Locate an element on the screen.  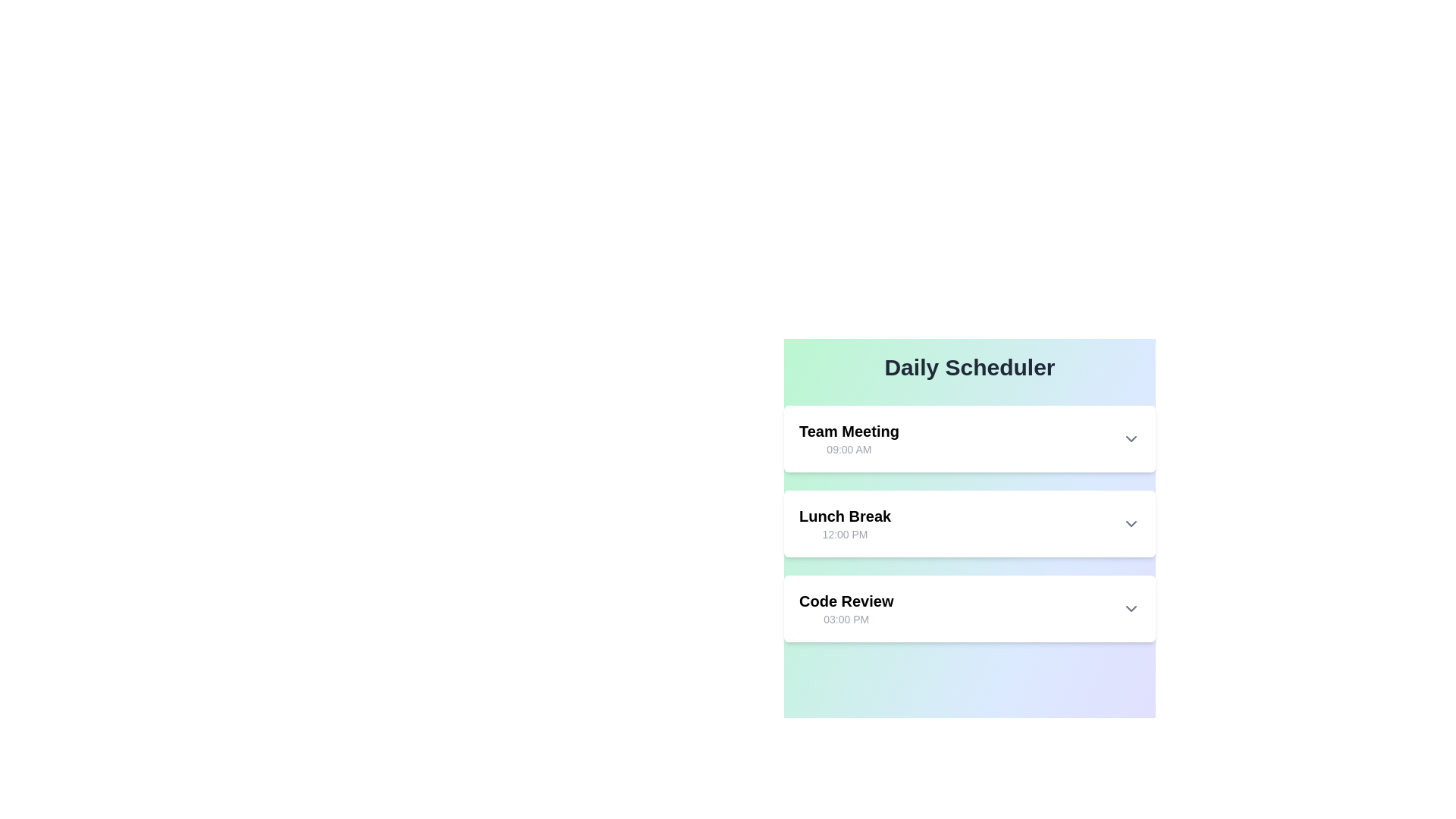
the 'Lunch Break' scheduled event list item is located at coordinates (968, 522).